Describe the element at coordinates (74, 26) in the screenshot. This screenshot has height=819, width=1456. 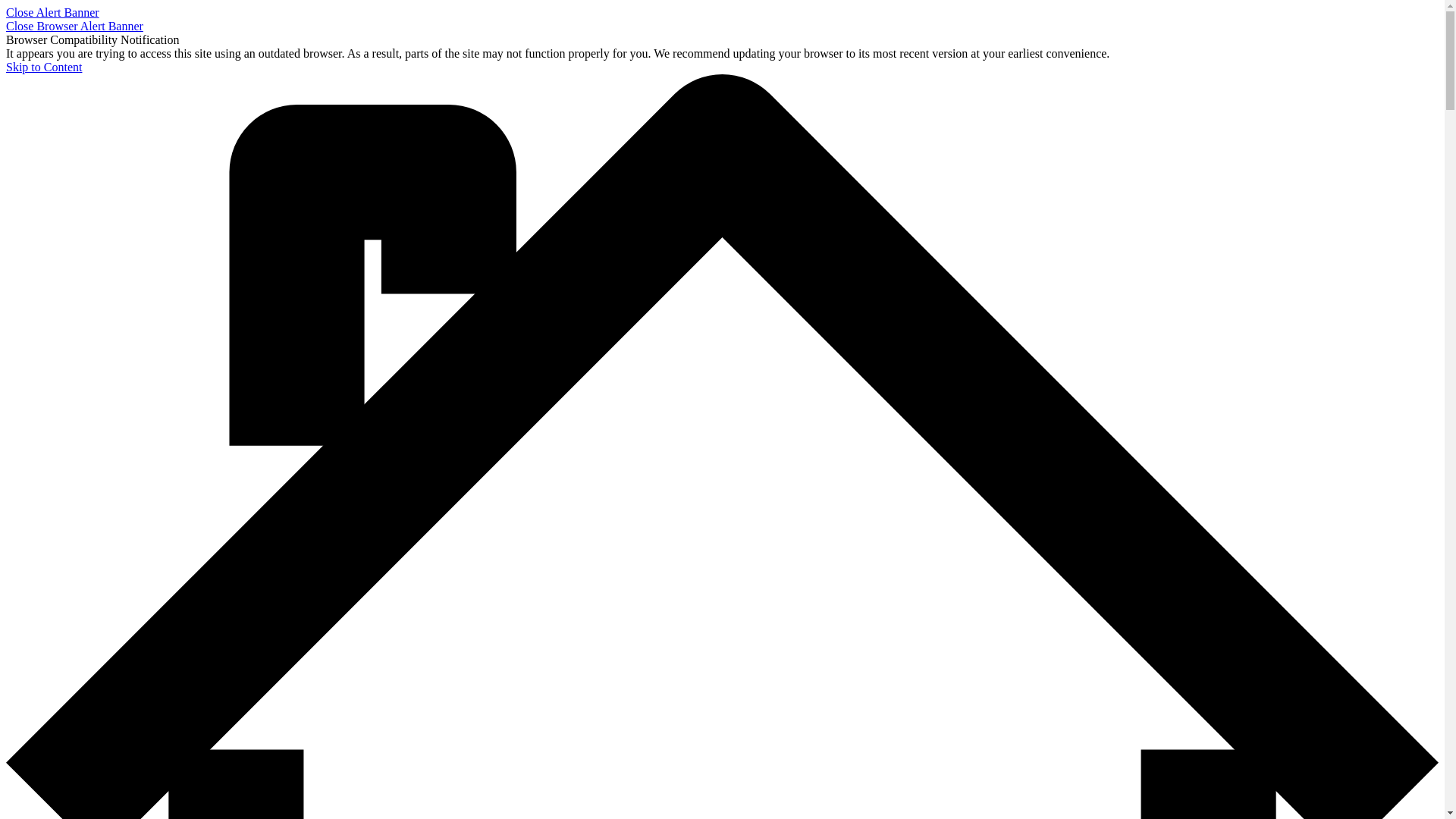
I see `'Close Browser Alert Banner'` at that location.